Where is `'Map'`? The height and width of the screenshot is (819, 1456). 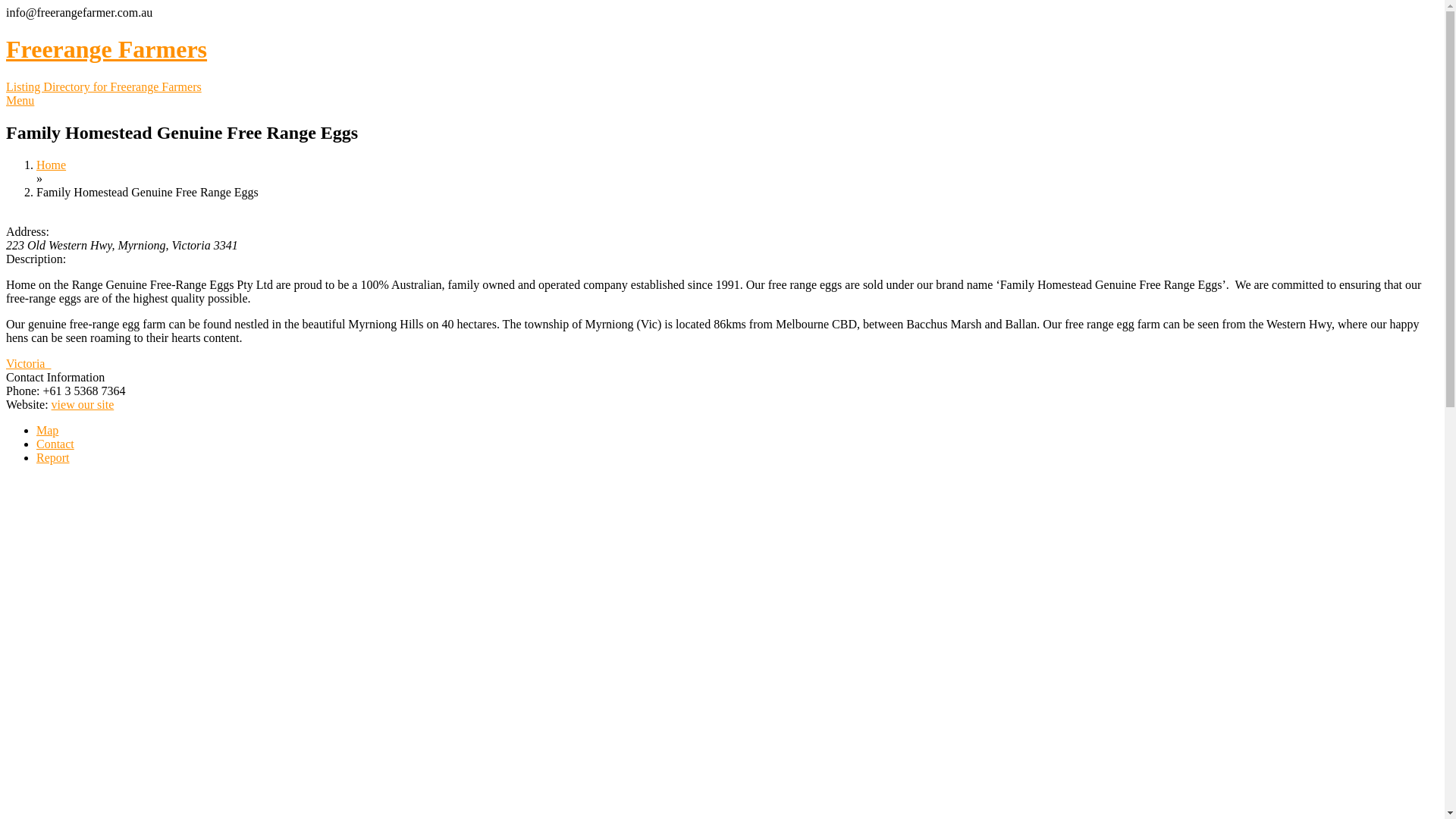 'Map' is located at coordinates (36, 430).